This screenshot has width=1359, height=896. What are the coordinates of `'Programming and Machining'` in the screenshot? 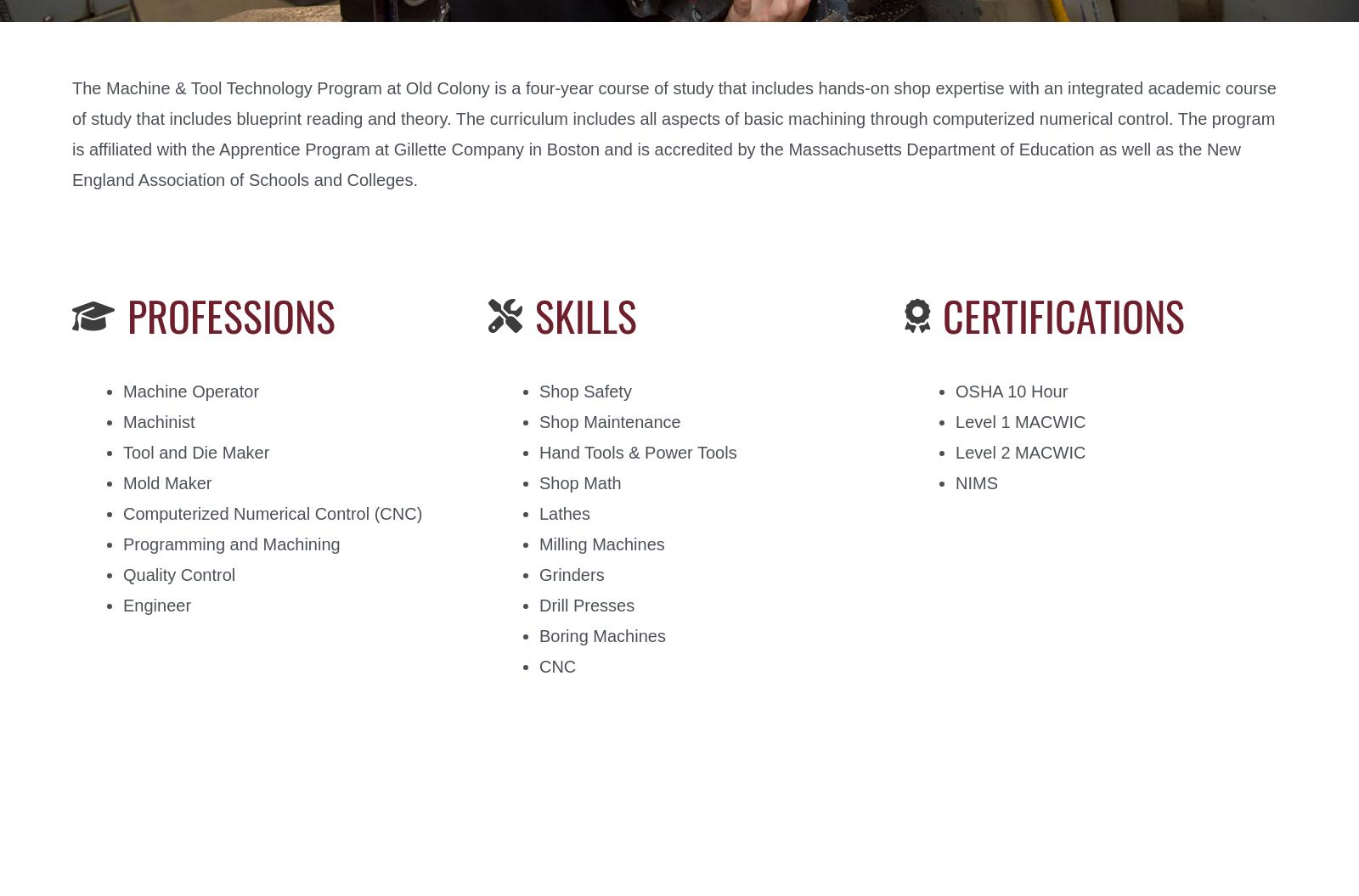 It's located at (231, 544).